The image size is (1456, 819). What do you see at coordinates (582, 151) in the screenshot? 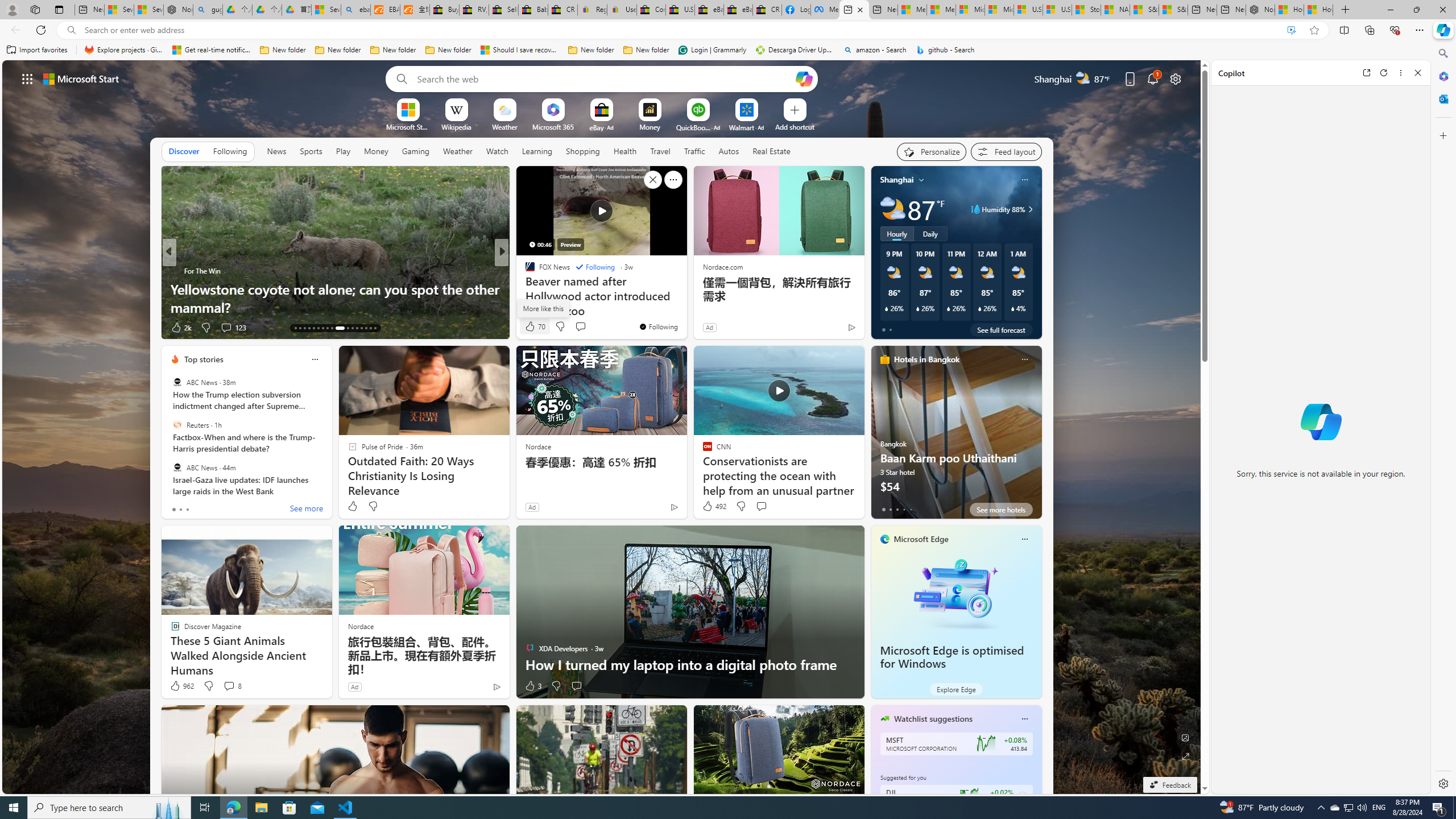
I see `'Shopping'` at bounding box center [582, 151].